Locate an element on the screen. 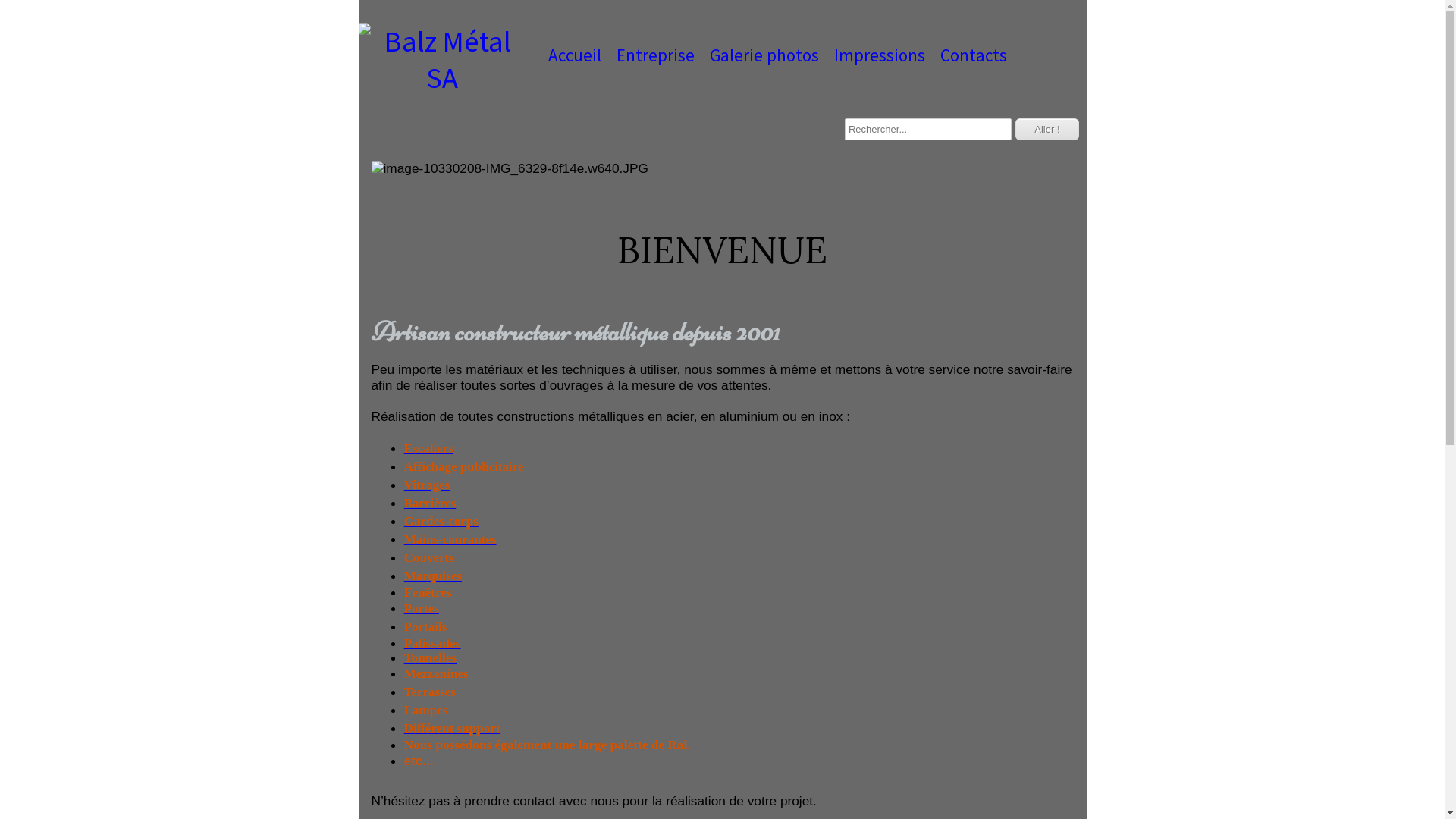 The height and width of the screenshot is (819, 1456). 'Contacts' is located at coordinates (973, 55).